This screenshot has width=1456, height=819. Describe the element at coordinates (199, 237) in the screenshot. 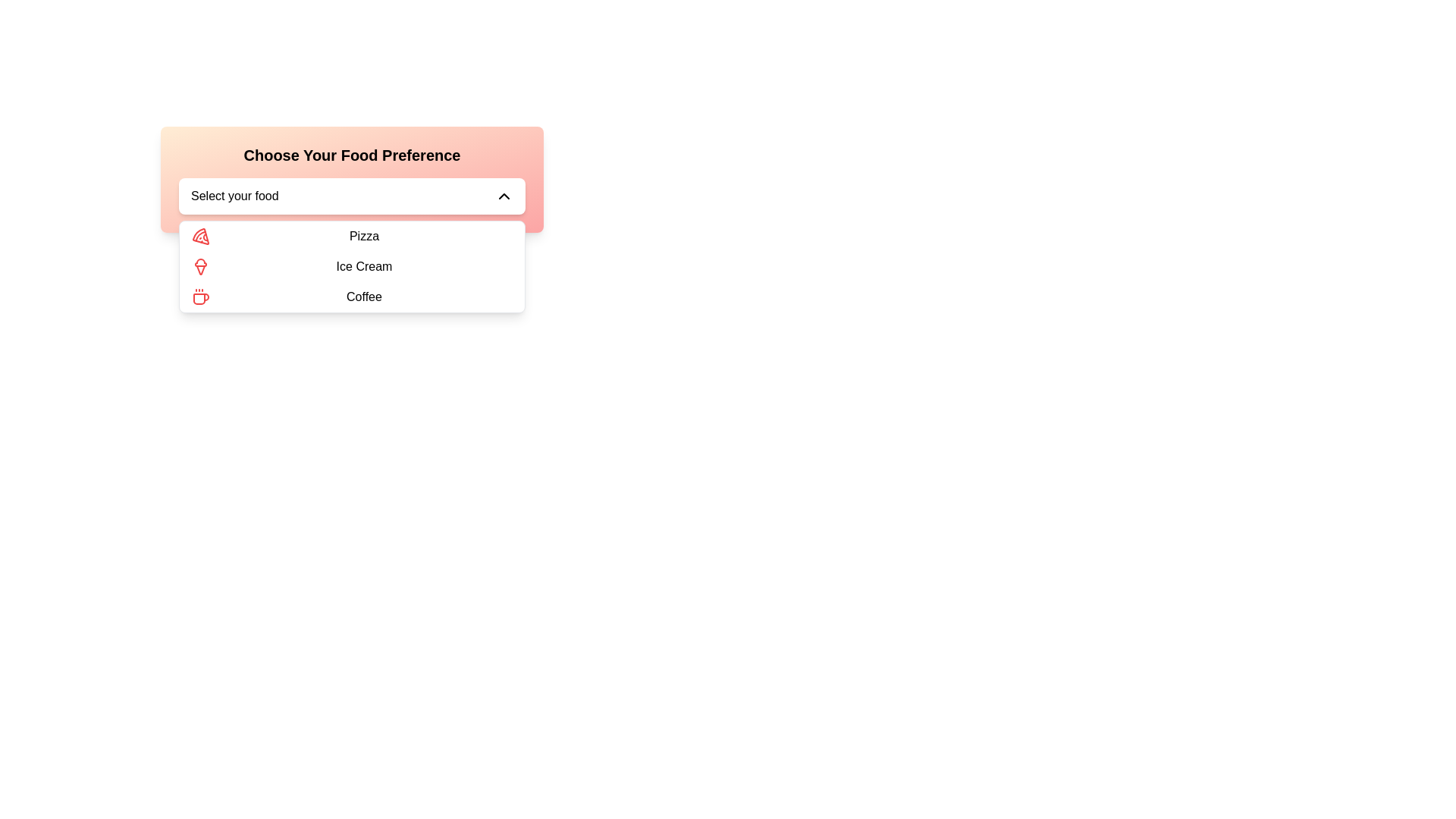

I see `the list item labeled 'Pizza' in the dropdown menu titled 'Choose Your Food Preference'` at that location.